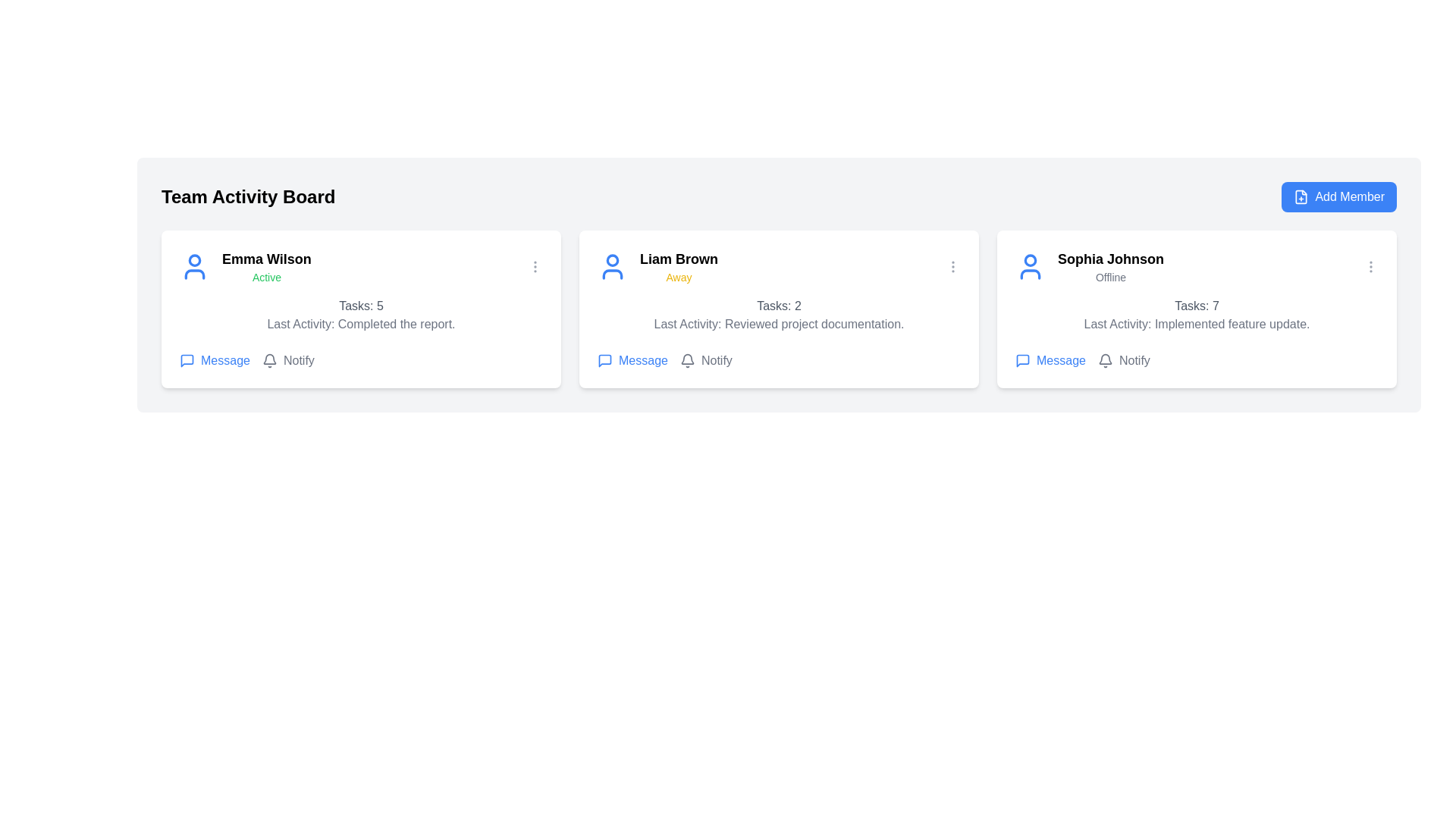 The width and height of the screenshot is (1456, 819). What do you see at coordinates (952, 265) in the screenshot?
I see `the menu toggle button located at the top-right corner of Liam Brown's user card` at bounding box center [952, 265].